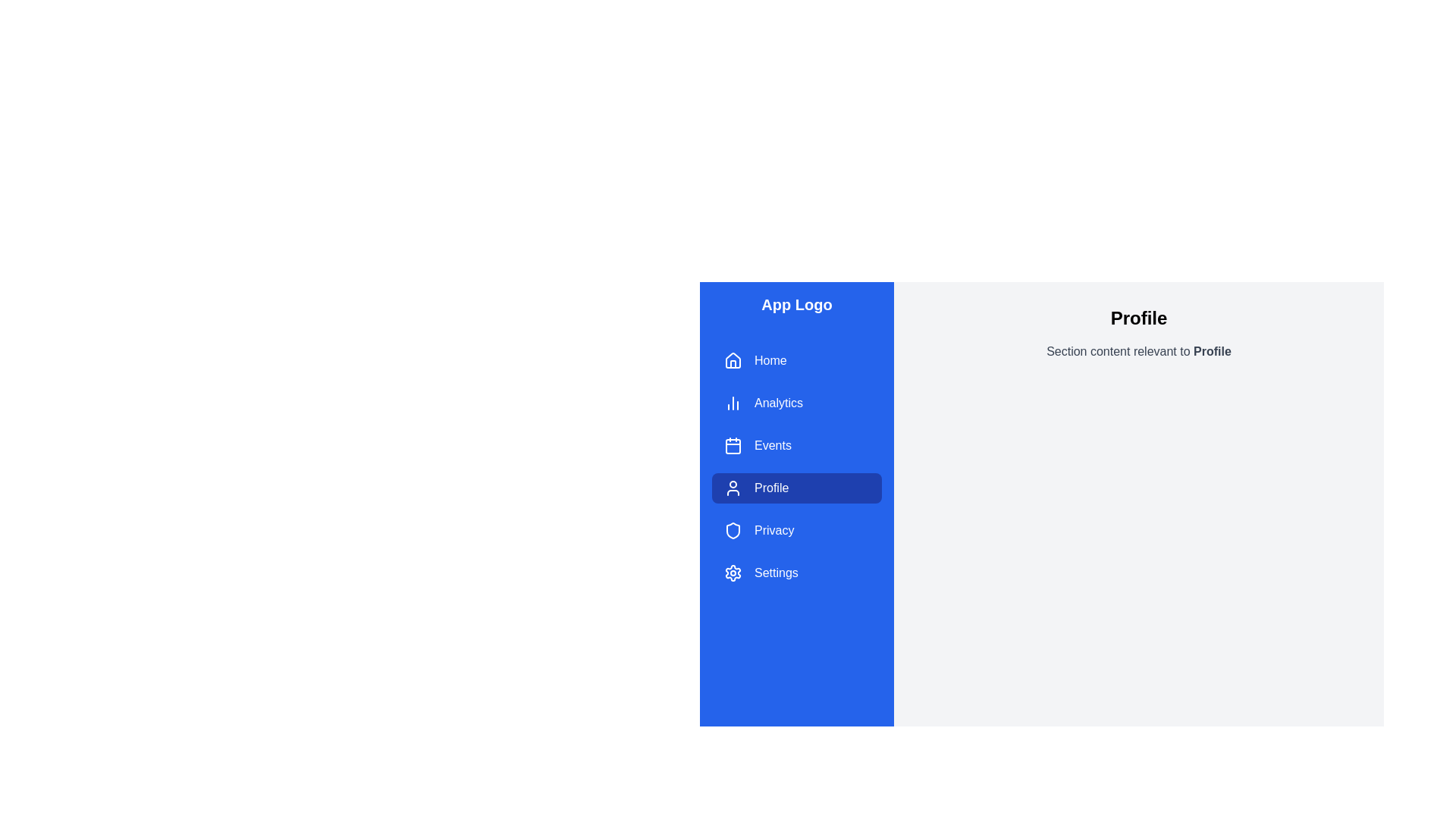  What do you see at coordinates (733, 488) in the screenshot?
I see `the user profile icon with a circular head and torso outline, located in the left-side menu as the fourth item labeled 'Profile'` at bounding box center [733, 488].